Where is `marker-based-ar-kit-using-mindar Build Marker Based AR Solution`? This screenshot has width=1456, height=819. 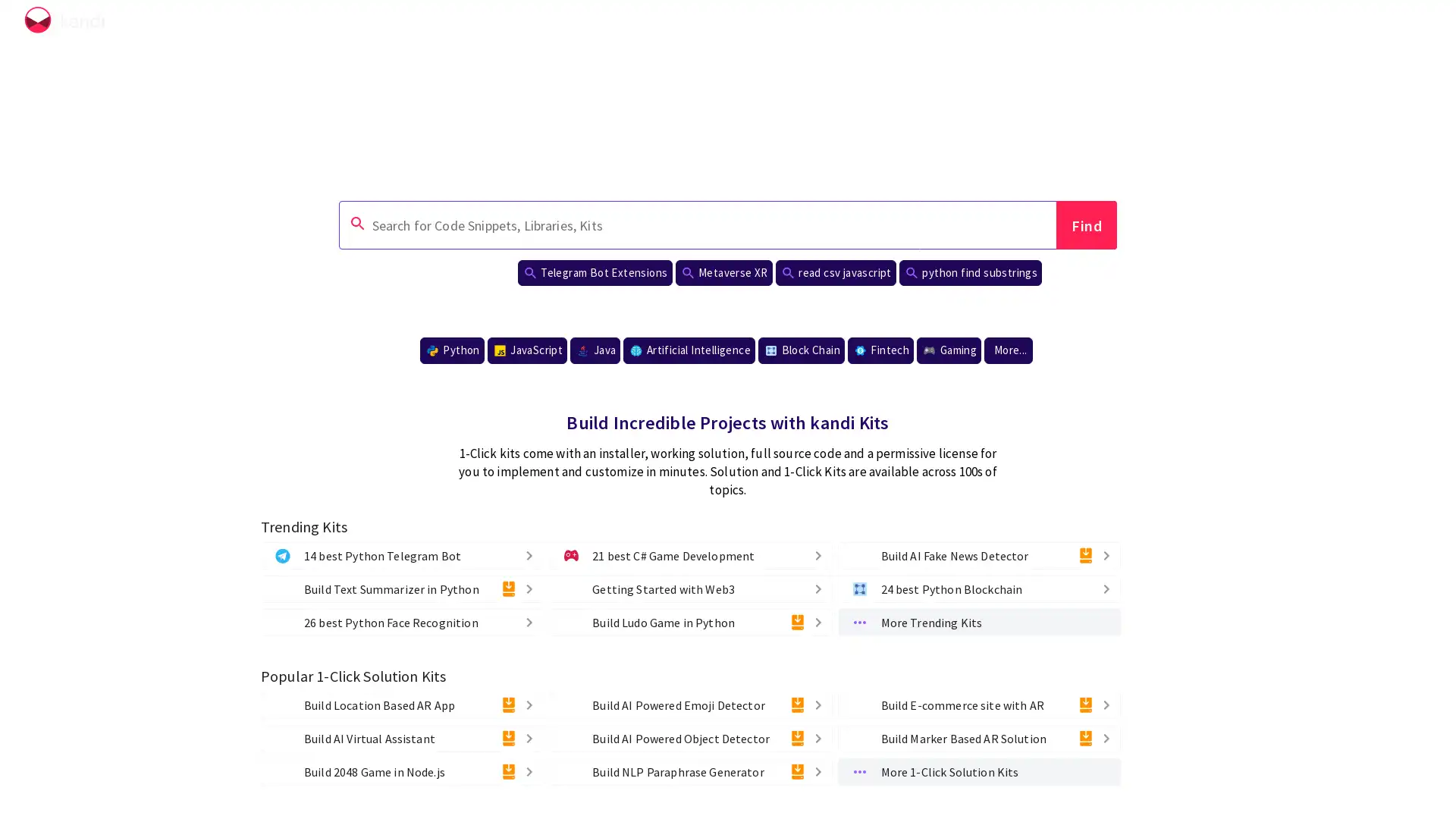
marker-based-ar-kit-using-mindar Build Marker Based AR Solution is located at coordinates (978, 736).